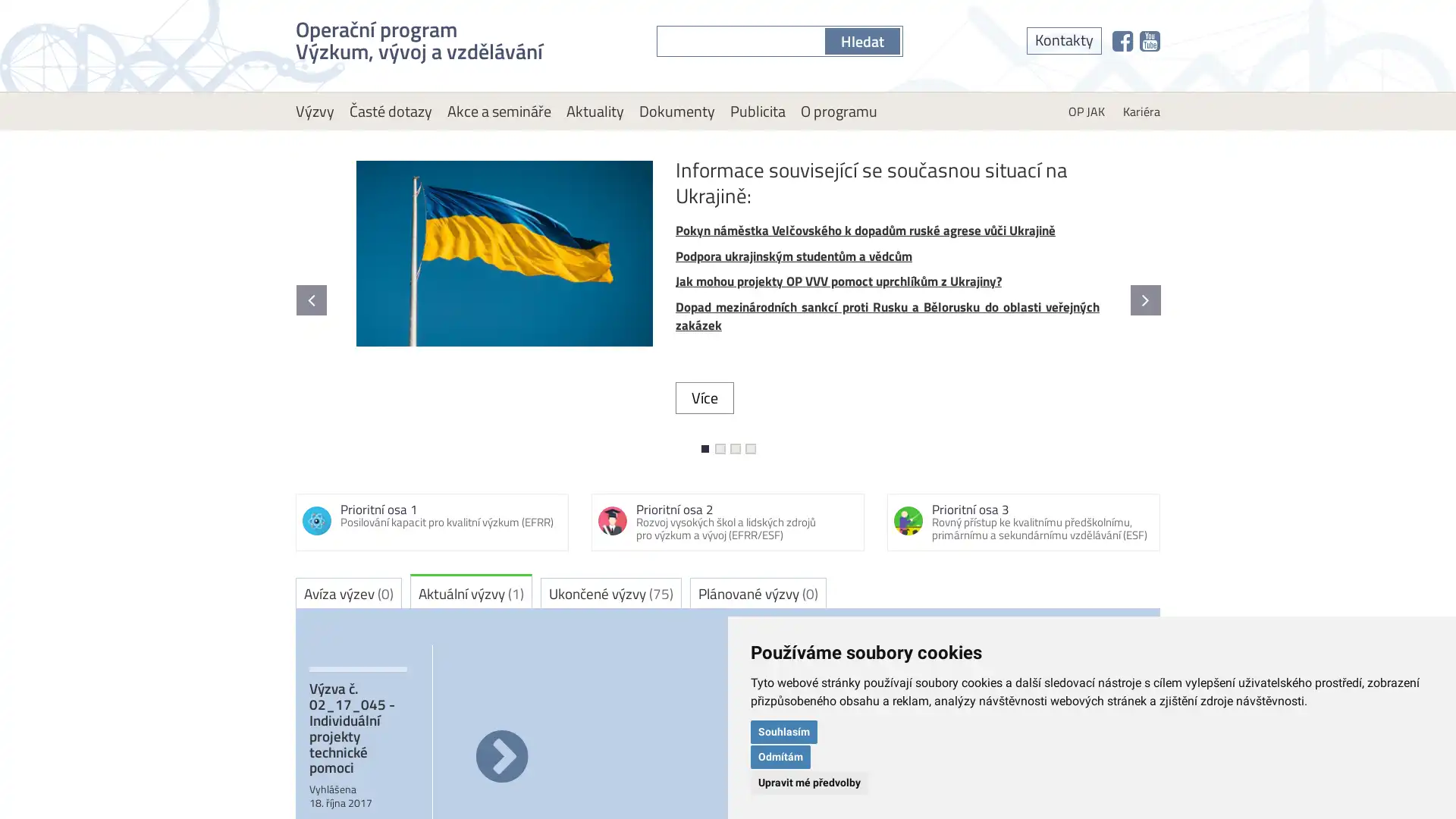 The height and width of the screenshot is (819, 1456). I want to click on Odmitam, so click(780, 757).